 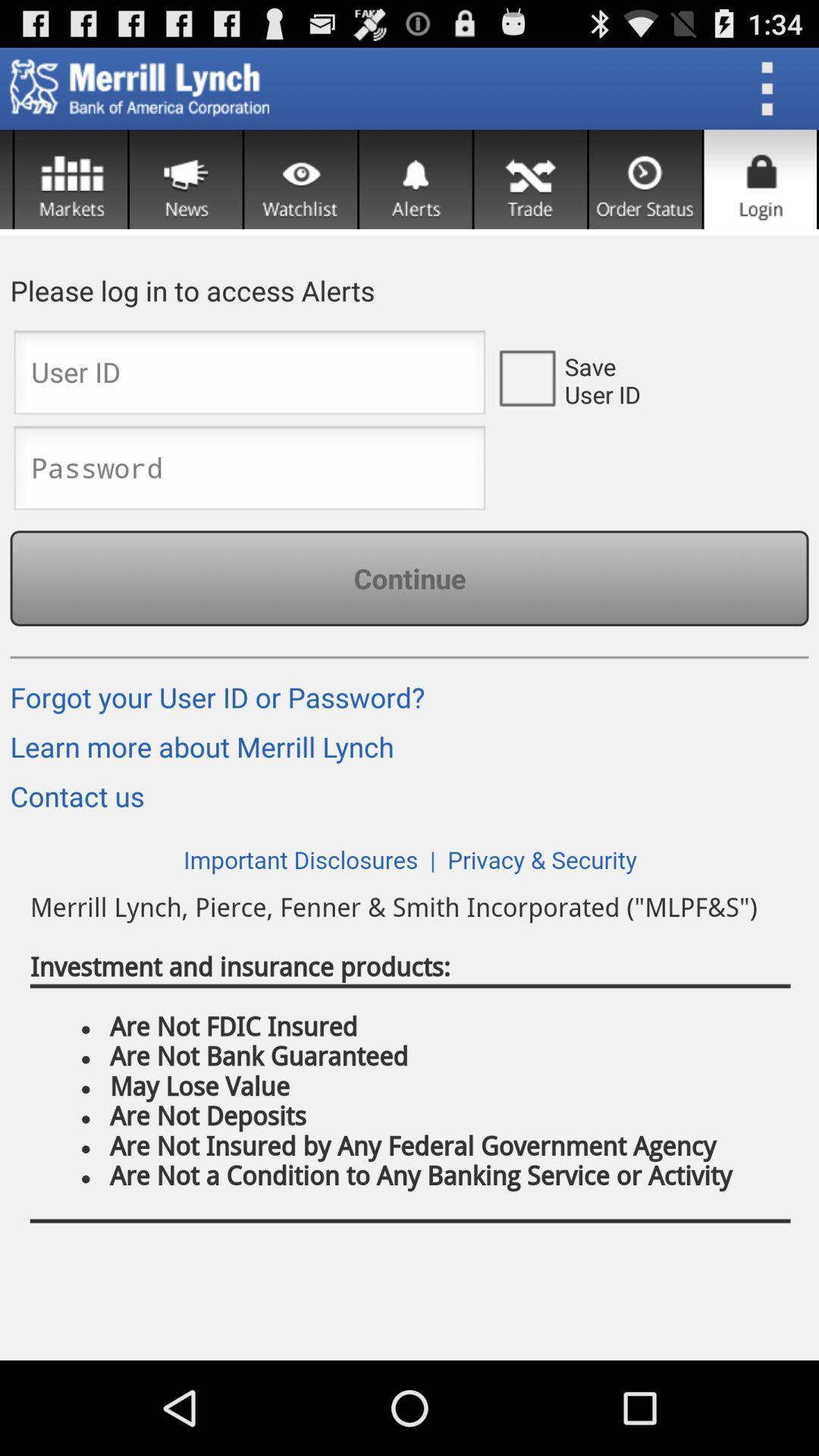 What do you see at coordinates (772, 87) in the screenshot?
I see `open menu` at bounding box center [772, 87].